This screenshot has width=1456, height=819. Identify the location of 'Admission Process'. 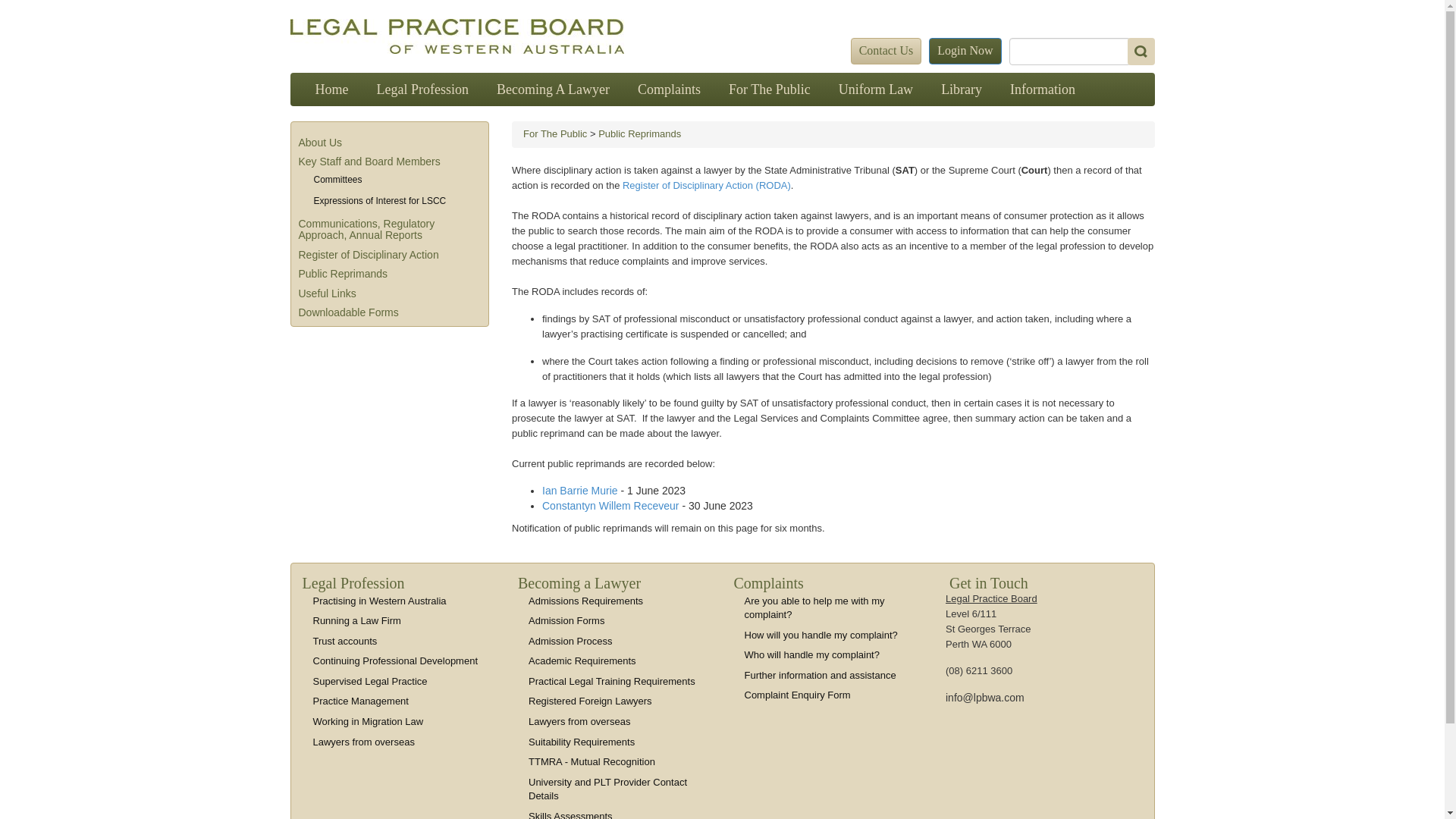
(528, 641).